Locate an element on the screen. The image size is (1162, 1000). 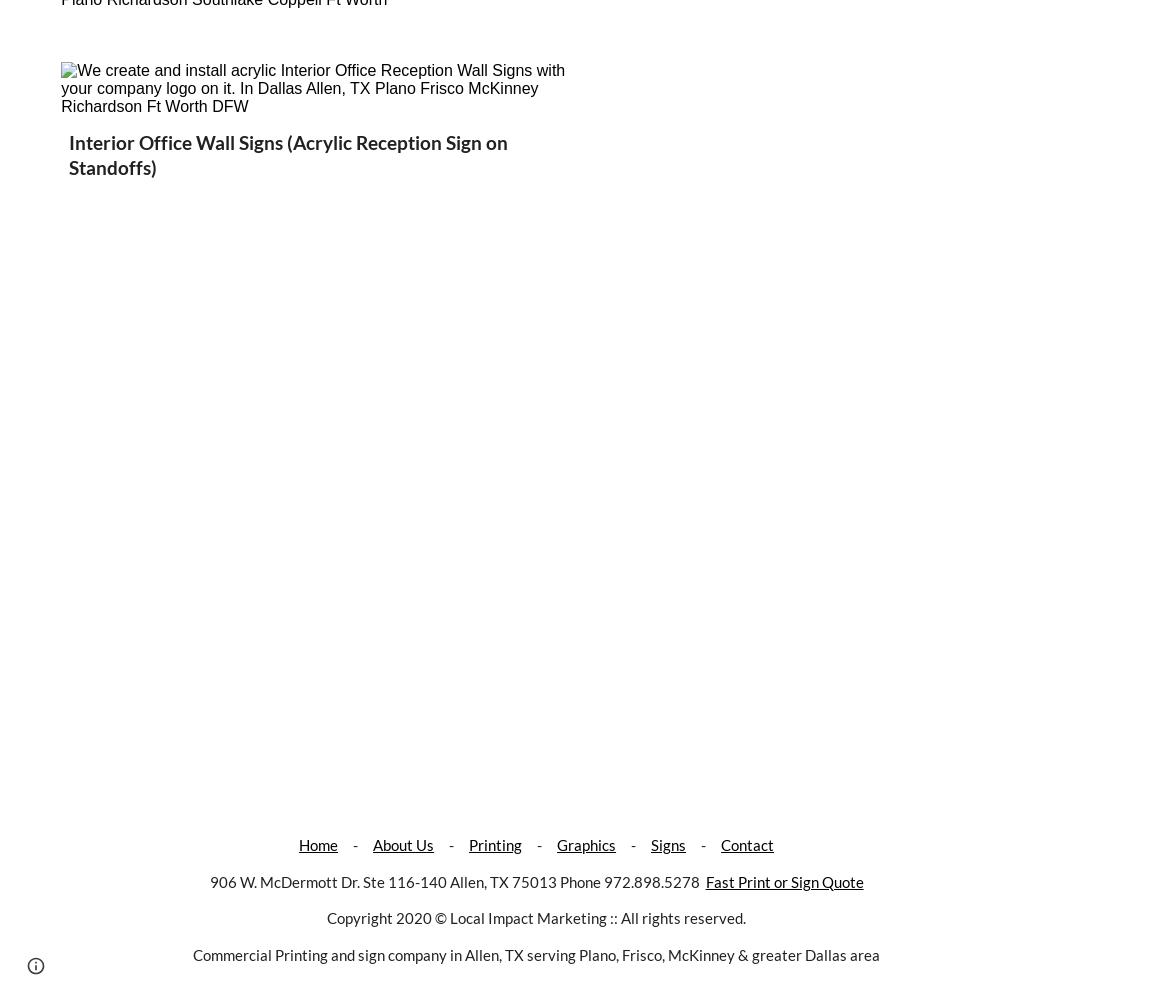
'Contact' is located at coordinates (720, 844).